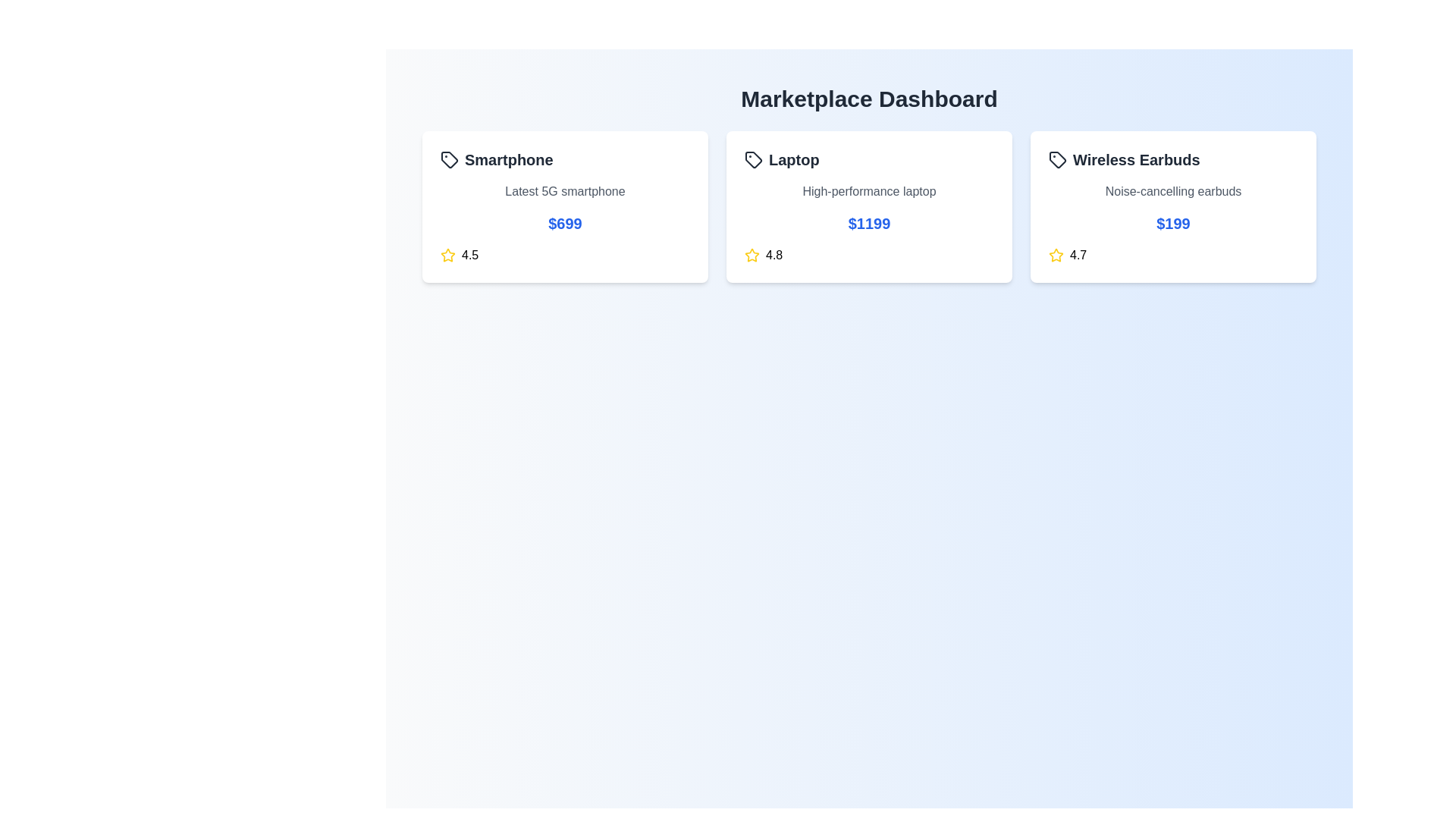 This screenshot has height=819, width=1456. I want to click on price information displayed in the bold, blue-colored text '$199' within the third product card for 'Wireless Earbuds', so click(1172, 223).